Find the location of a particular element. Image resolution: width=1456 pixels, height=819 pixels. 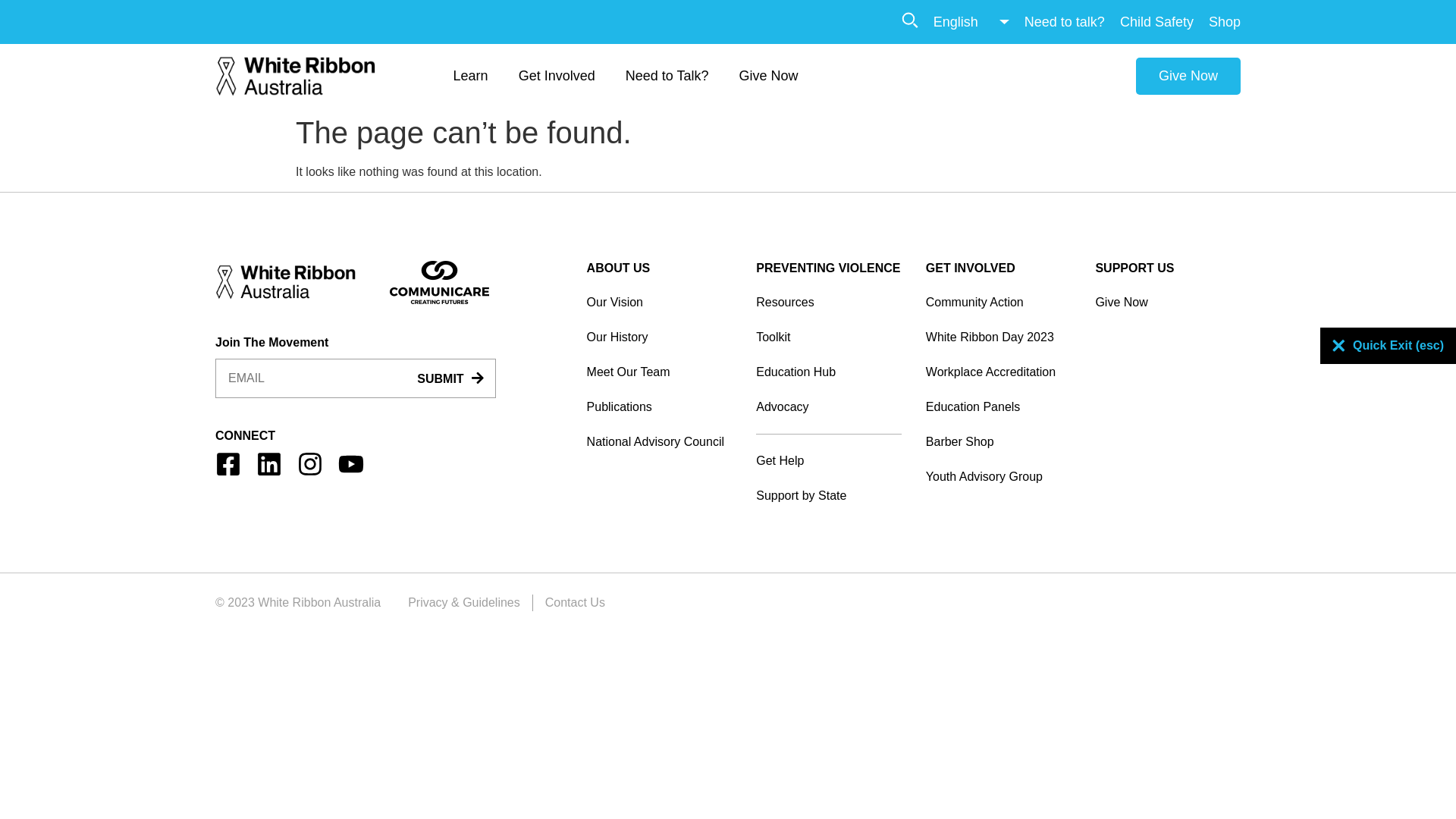

'Publications' is located at coordinates (659, 406).